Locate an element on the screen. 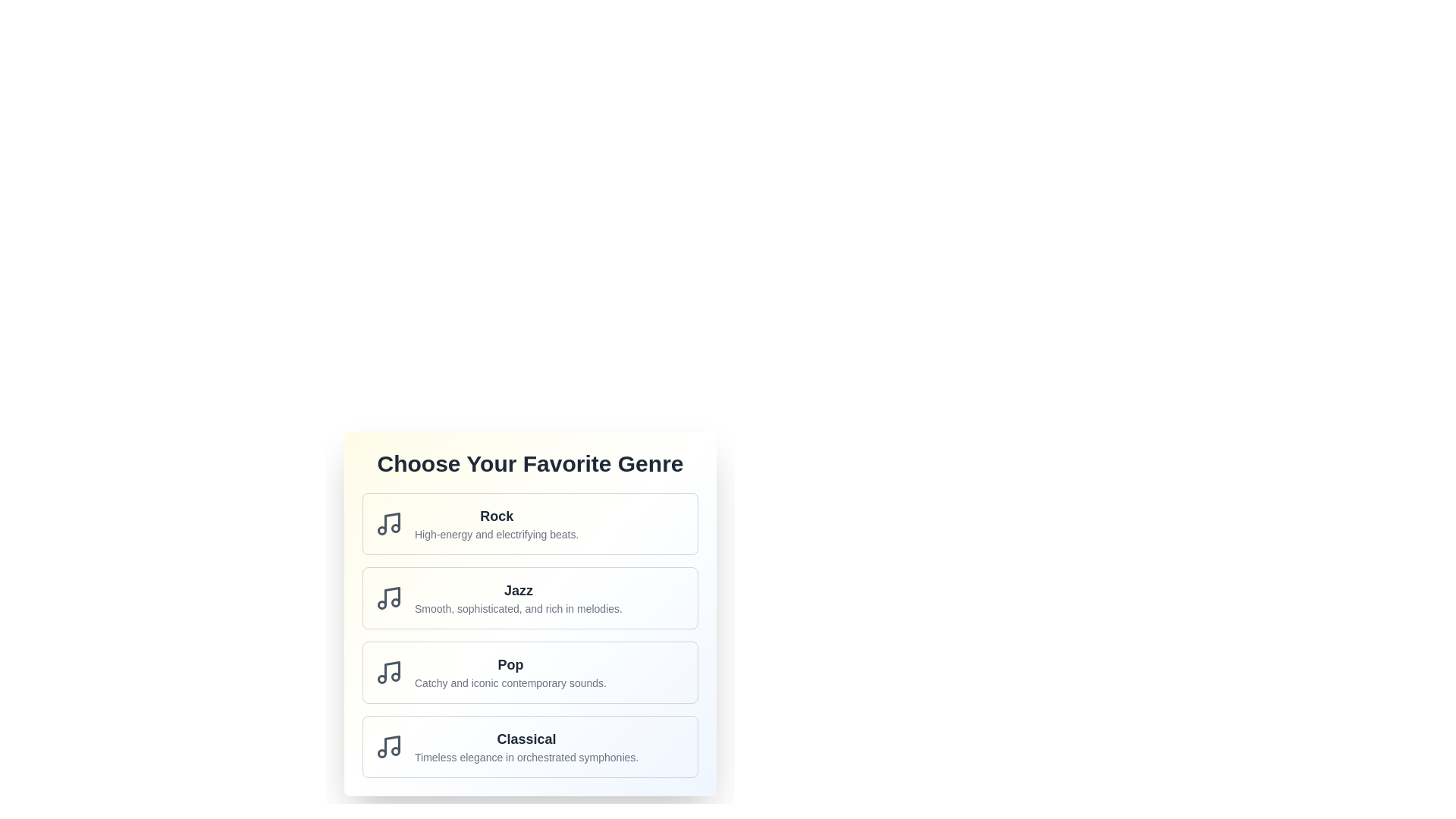 The height and width of the screenshot is (819, 1456). the text label 'Classical' which is styled with a large, bold font and dark gray color, located at the top of a descriptive text section within a card-like layout is located at coordinates (526, 739).